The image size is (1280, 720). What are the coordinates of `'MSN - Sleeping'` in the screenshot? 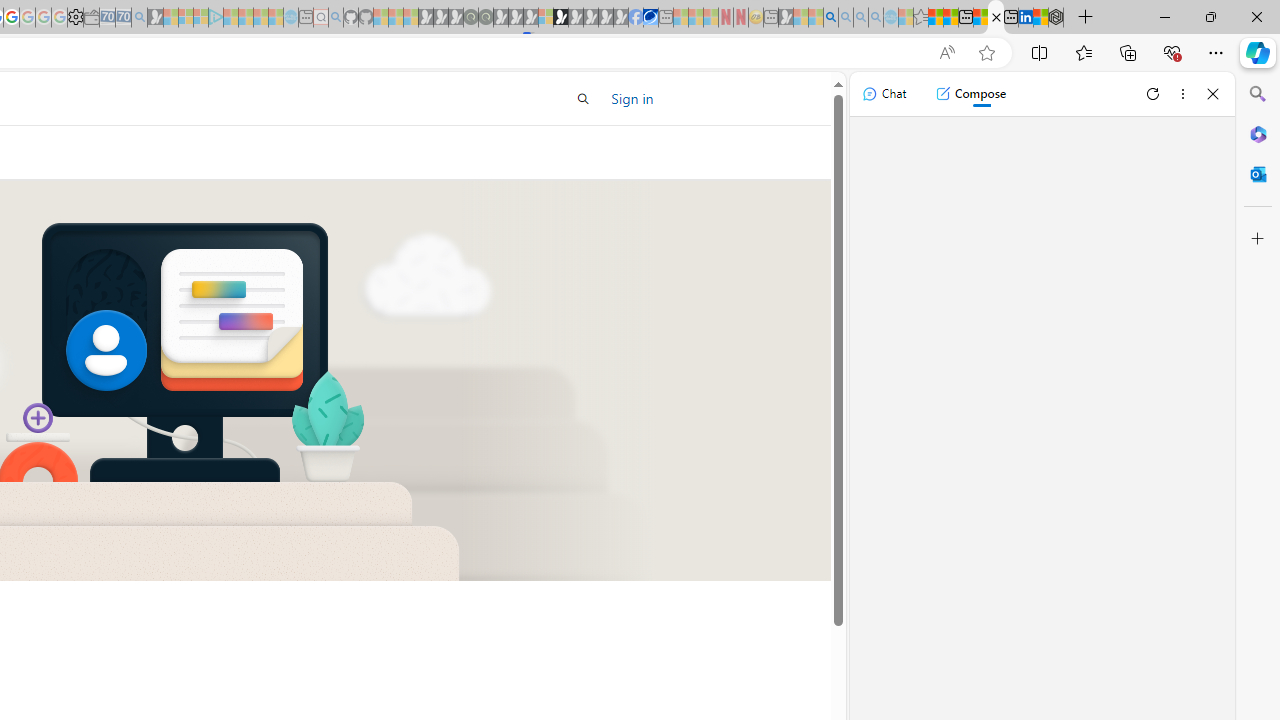 It's located at (785, 17).